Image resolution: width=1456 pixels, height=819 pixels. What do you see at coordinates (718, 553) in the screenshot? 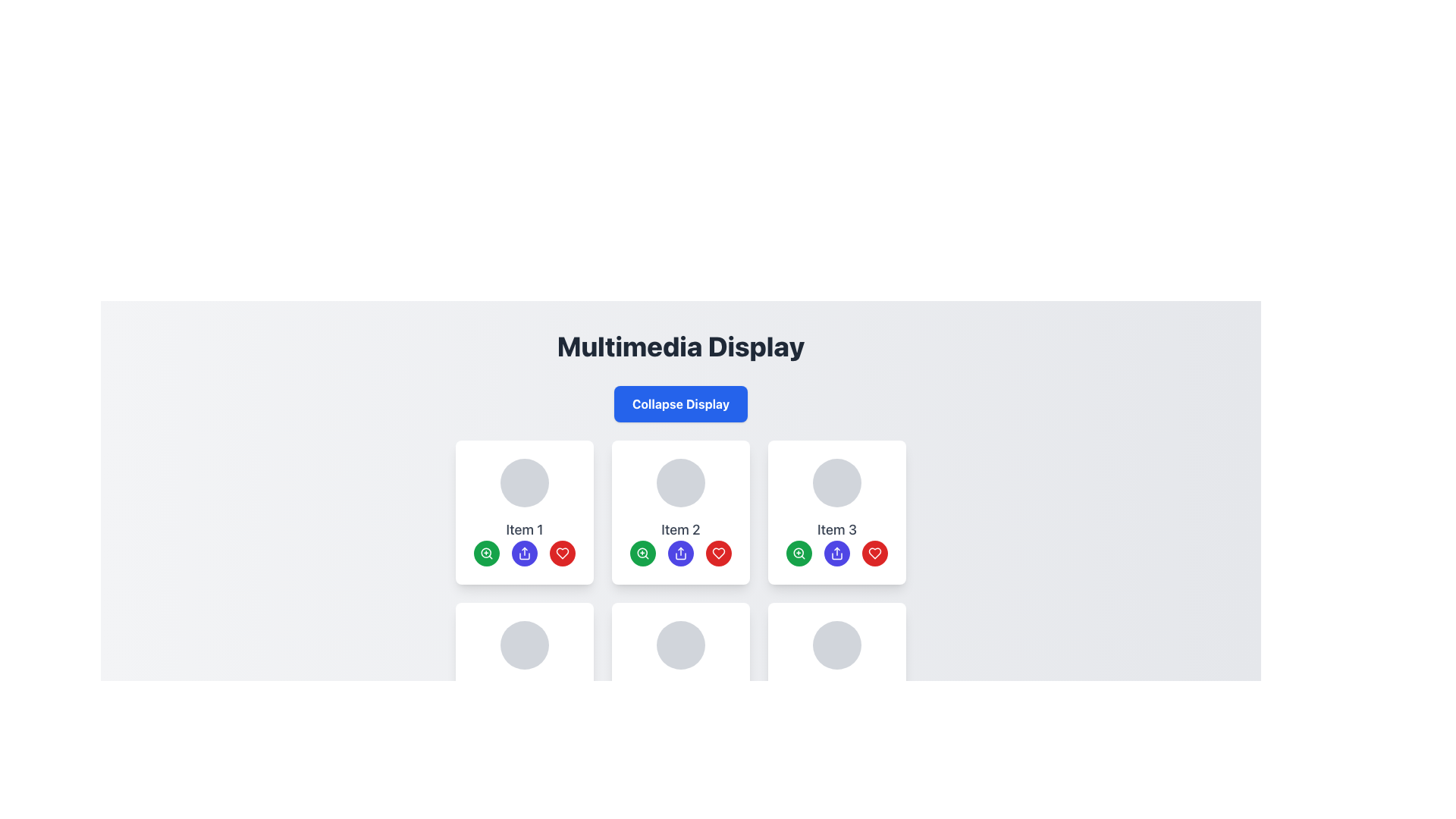
I see `the 'favorites' SVG icon located in the second column below 'Item 2'` at bounding box center [718, 553].